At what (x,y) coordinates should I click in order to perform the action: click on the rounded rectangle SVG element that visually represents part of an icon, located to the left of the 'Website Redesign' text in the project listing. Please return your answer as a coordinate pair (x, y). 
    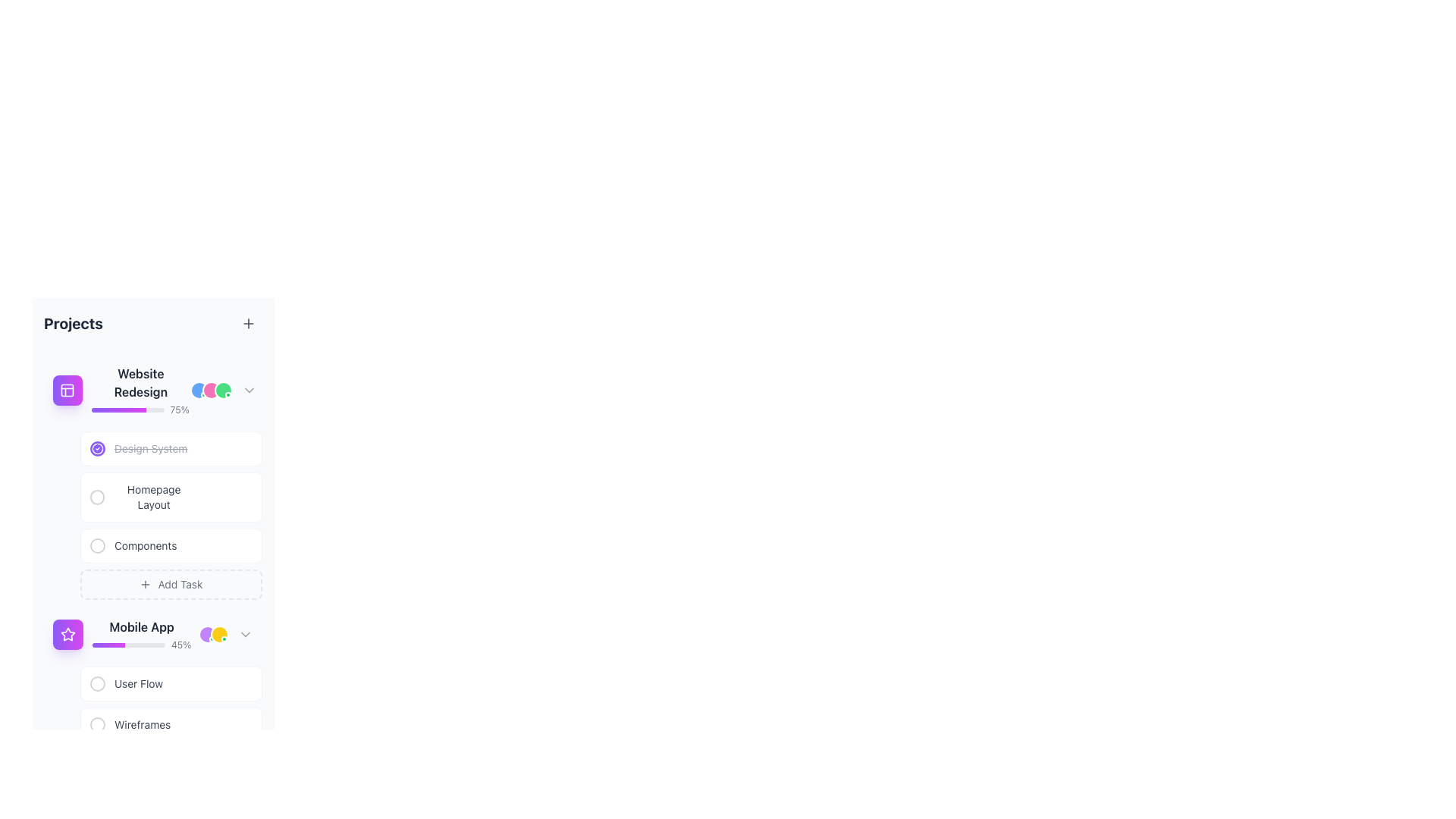
    Looking at the image, I should click on (67, 390).